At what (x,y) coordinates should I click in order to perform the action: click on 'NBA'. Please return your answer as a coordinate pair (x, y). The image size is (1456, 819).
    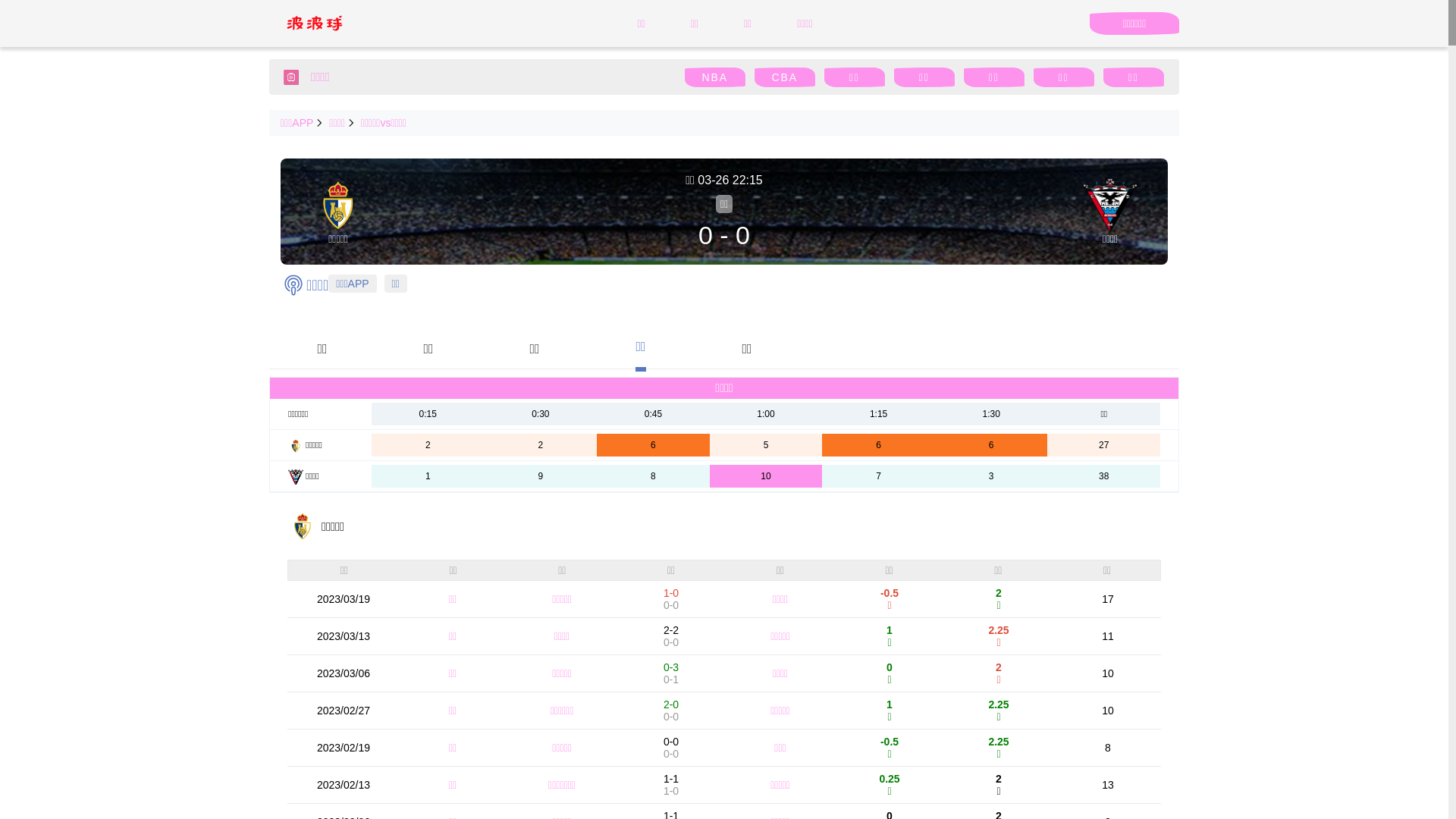
    Looking at the image, I should click on (701, 77).